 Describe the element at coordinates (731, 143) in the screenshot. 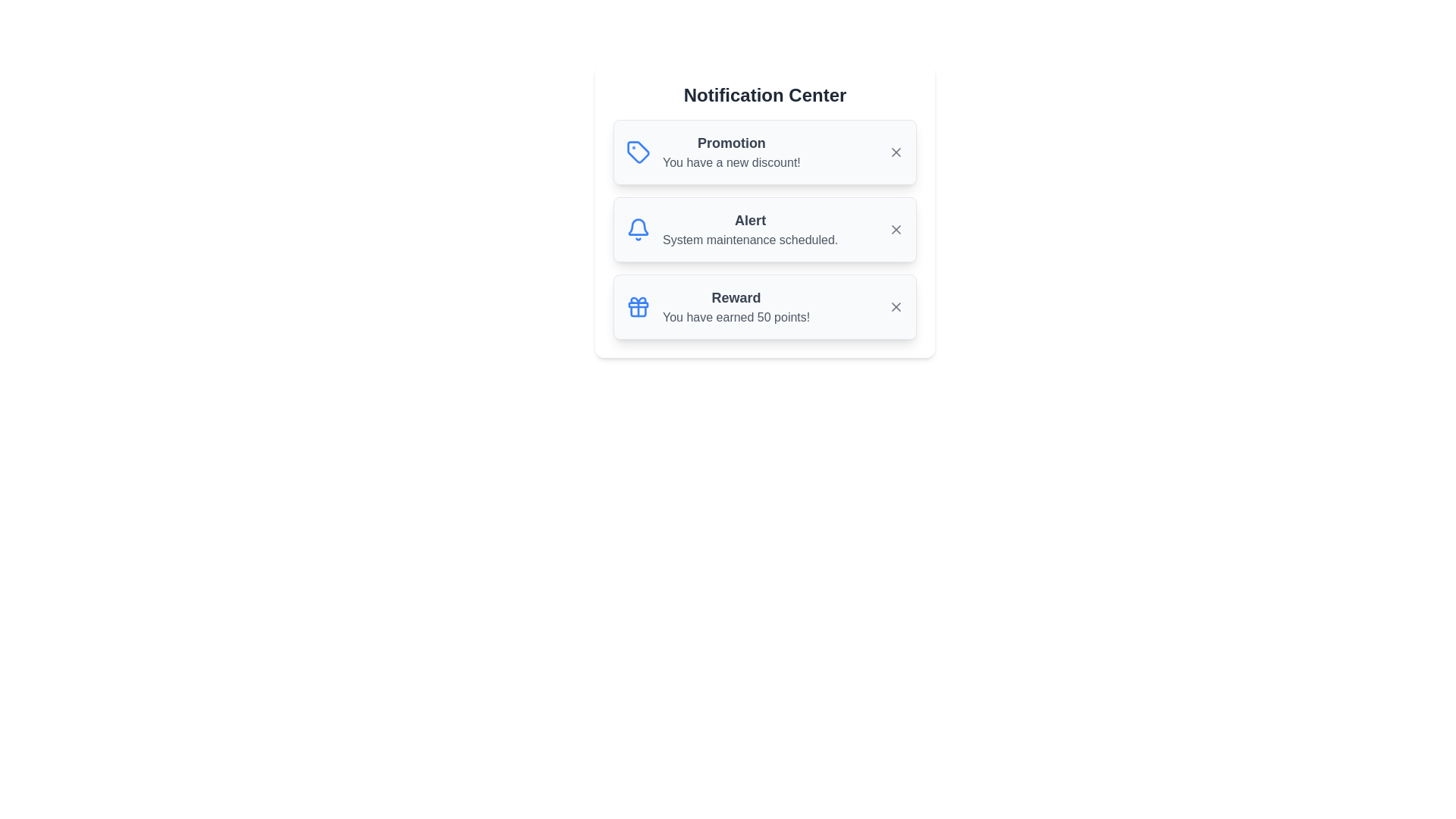

I see `the text label that serves as the heading for the 'Promotion' notification block, which is centrally positioned above the subtext 'You have a new discount!'` at that location.